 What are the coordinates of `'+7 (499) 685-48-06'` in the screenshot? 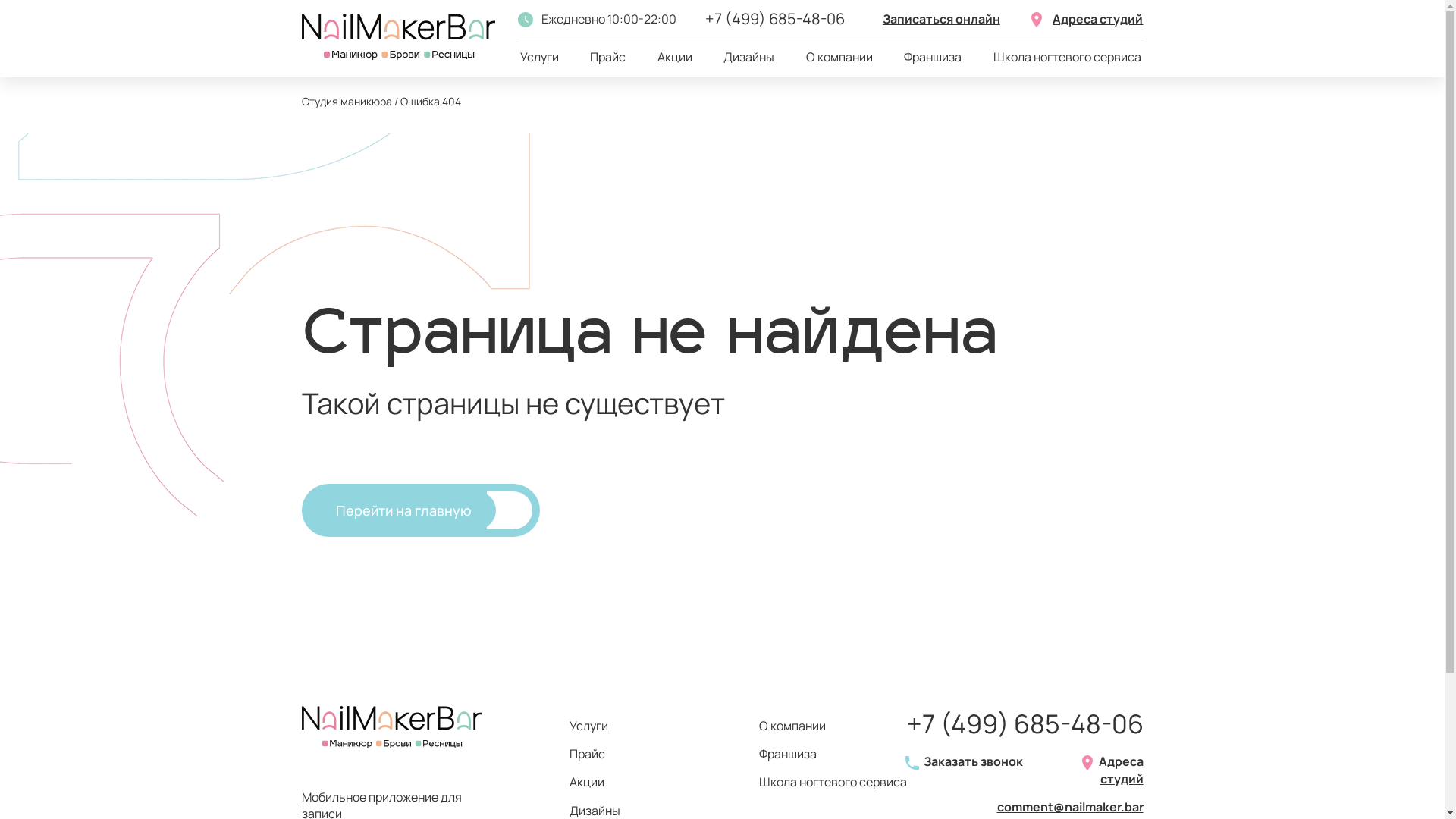 It's located at (1025, 723).